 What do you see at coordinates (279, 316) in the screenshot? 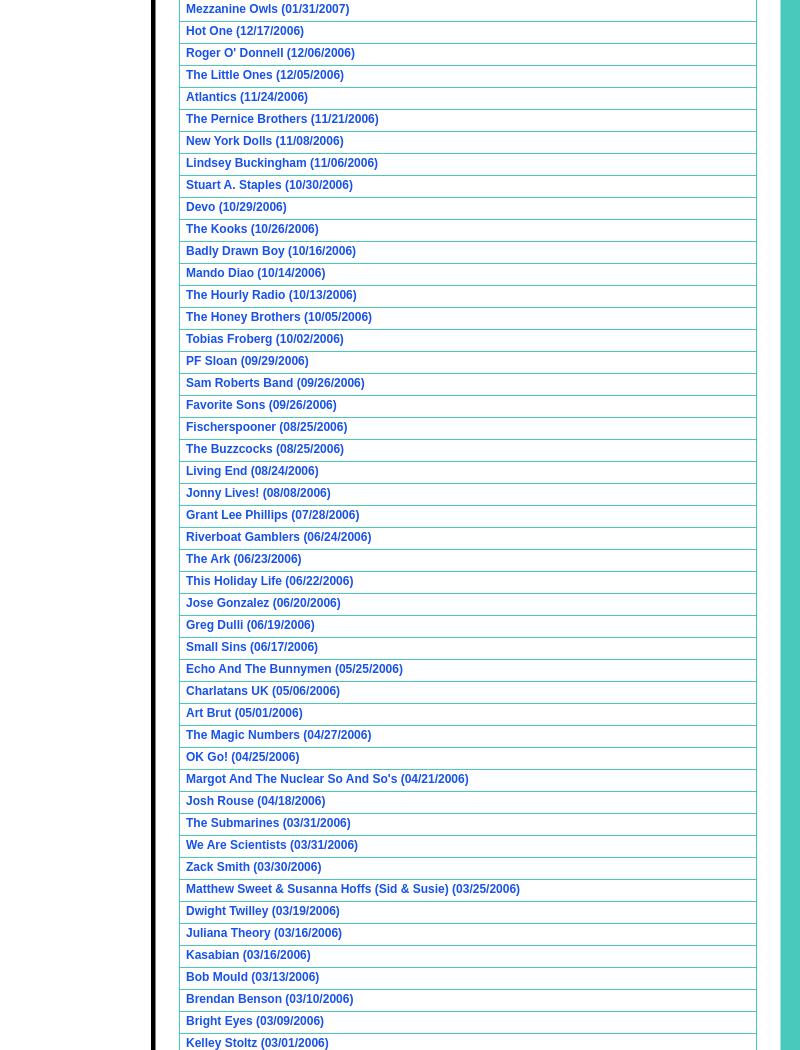
I see `'The Honey Brothers (10/05/2006)'` at bounding box center [279, 316].